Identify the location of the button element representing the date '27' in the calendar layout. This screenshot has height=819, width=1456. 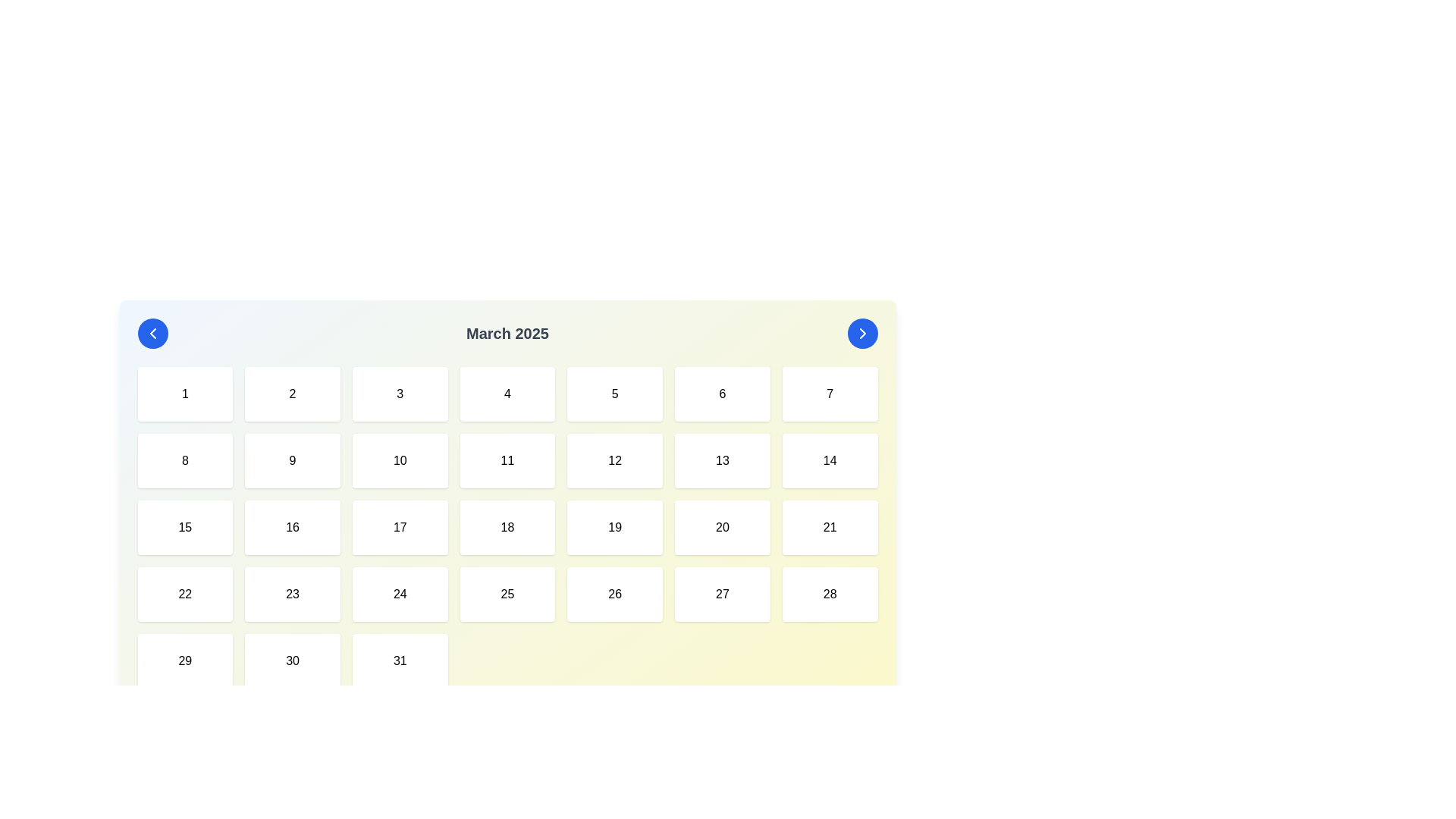
(721, 593).